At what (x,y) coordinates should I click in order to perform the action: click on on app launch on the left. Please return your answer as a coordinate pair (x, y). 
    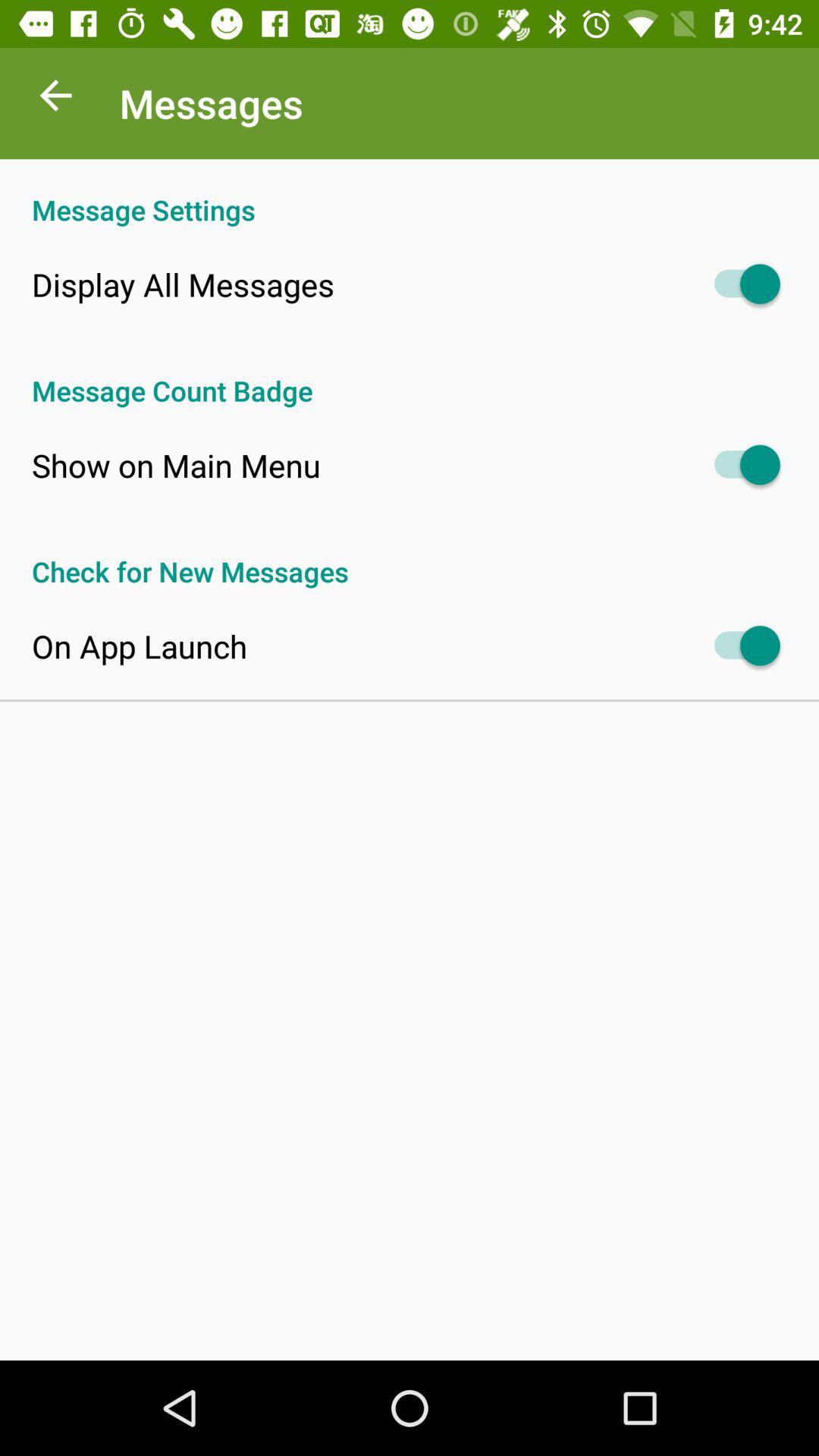
    Looking at the image, I should click on (140, 646).